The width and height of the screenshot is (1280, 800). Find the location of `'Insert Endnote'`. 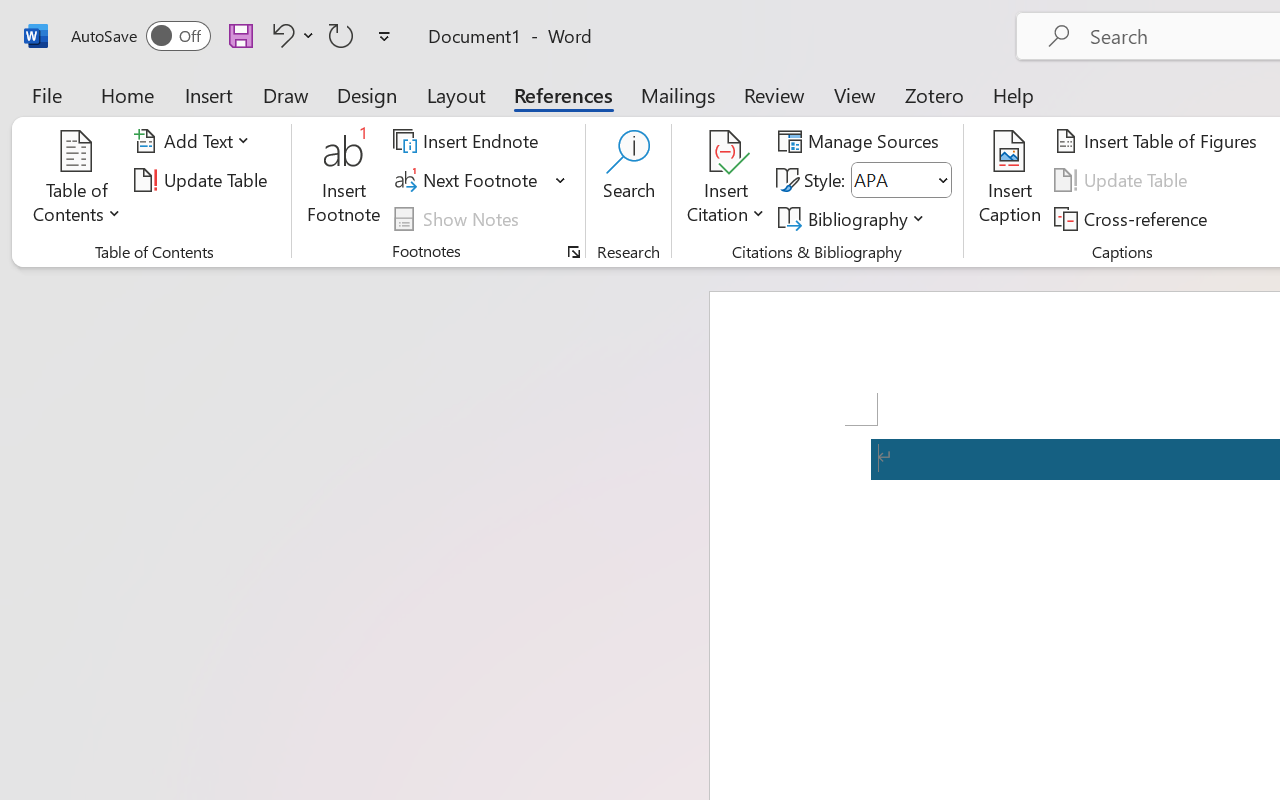

'Insert Endnote' is located at coordinates (467, 141).